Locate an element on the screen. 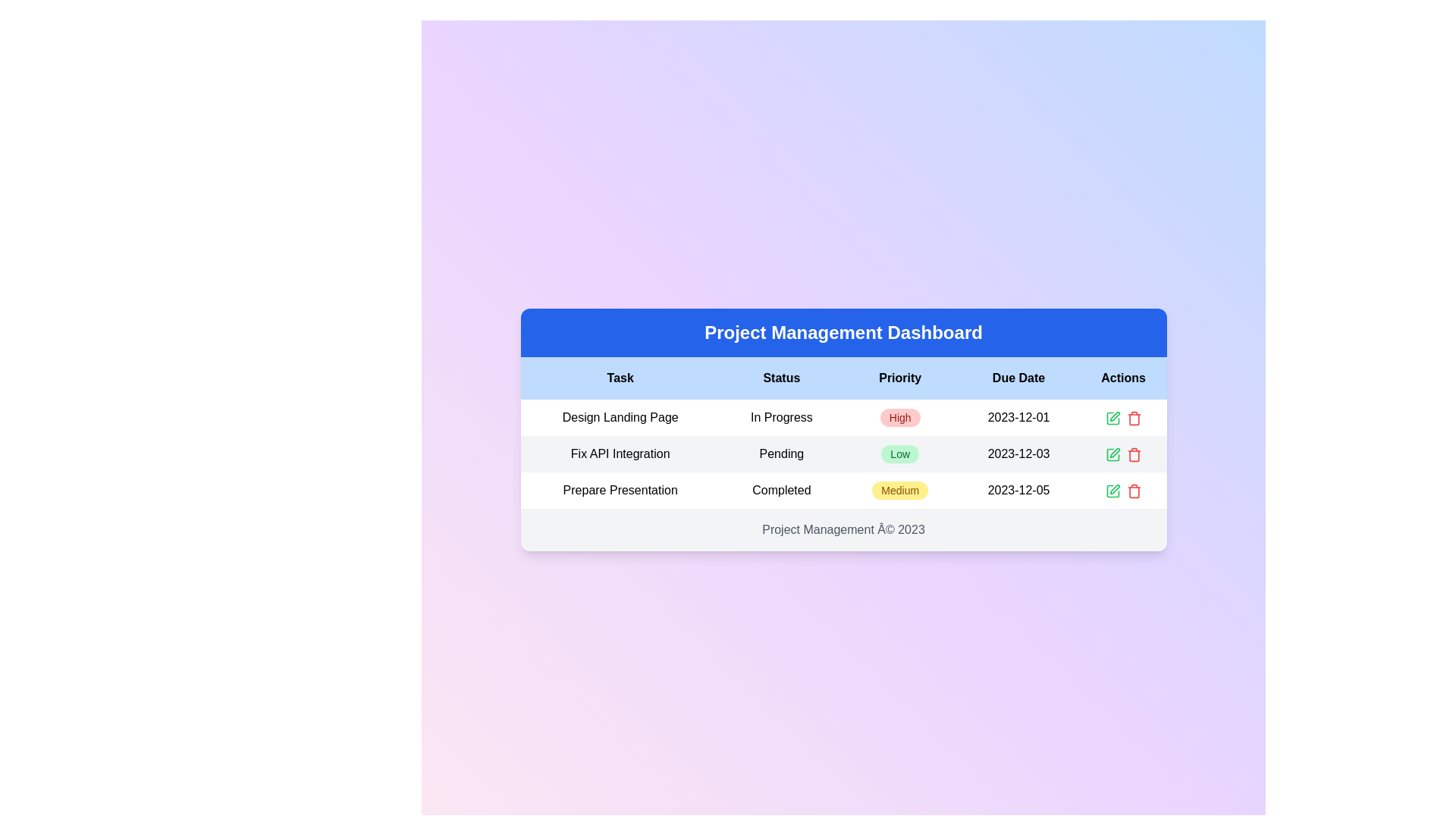 This screenshot has width=1456, height=819. the 'Status' text label, which is a bold header element located in the second column of a light blue background table header, between 'Task' and 'Priority' is located at coordinates (781, 377).